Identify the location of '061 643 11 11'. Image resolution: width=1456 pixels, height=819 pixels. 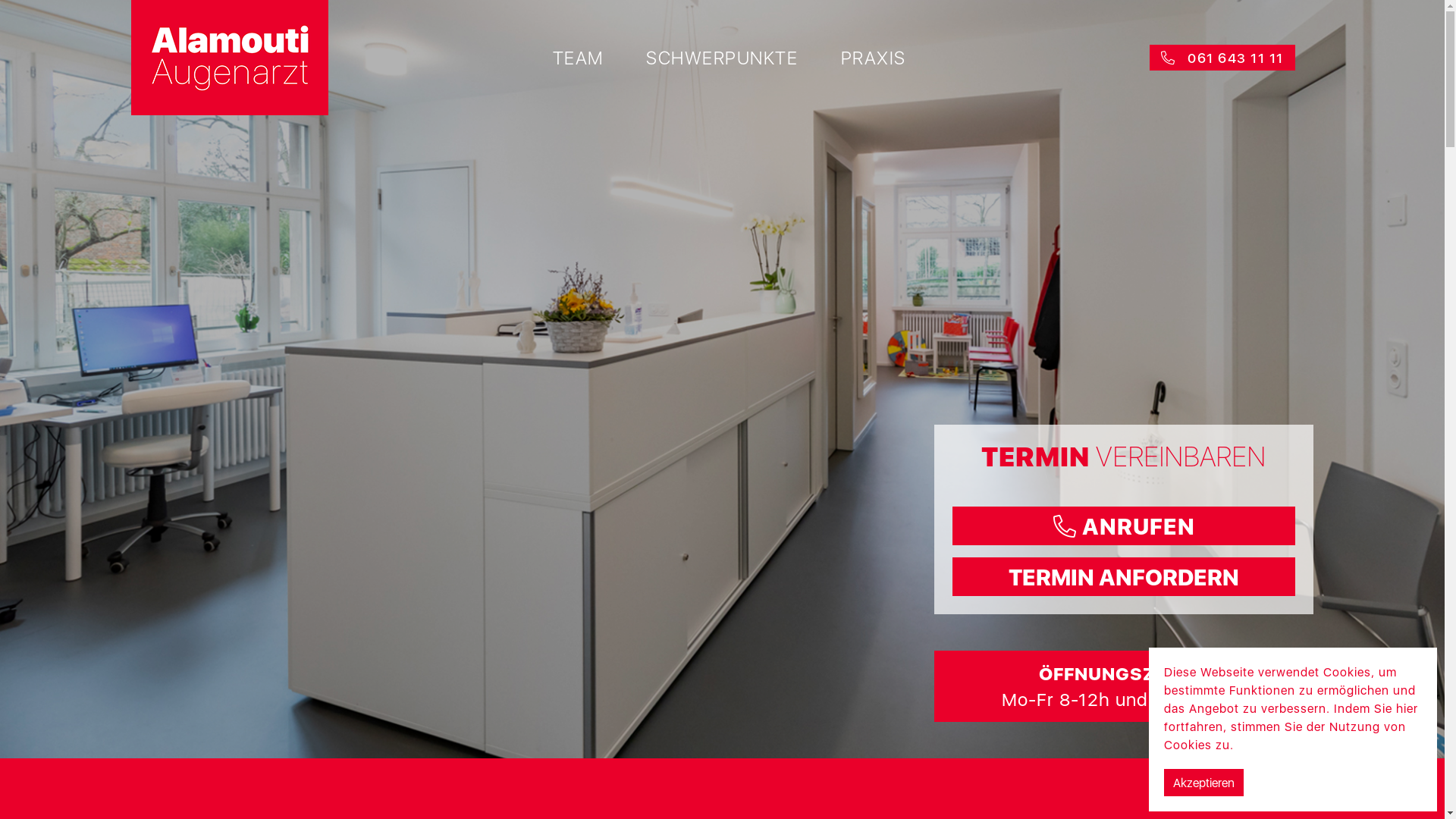
(1222, 56).